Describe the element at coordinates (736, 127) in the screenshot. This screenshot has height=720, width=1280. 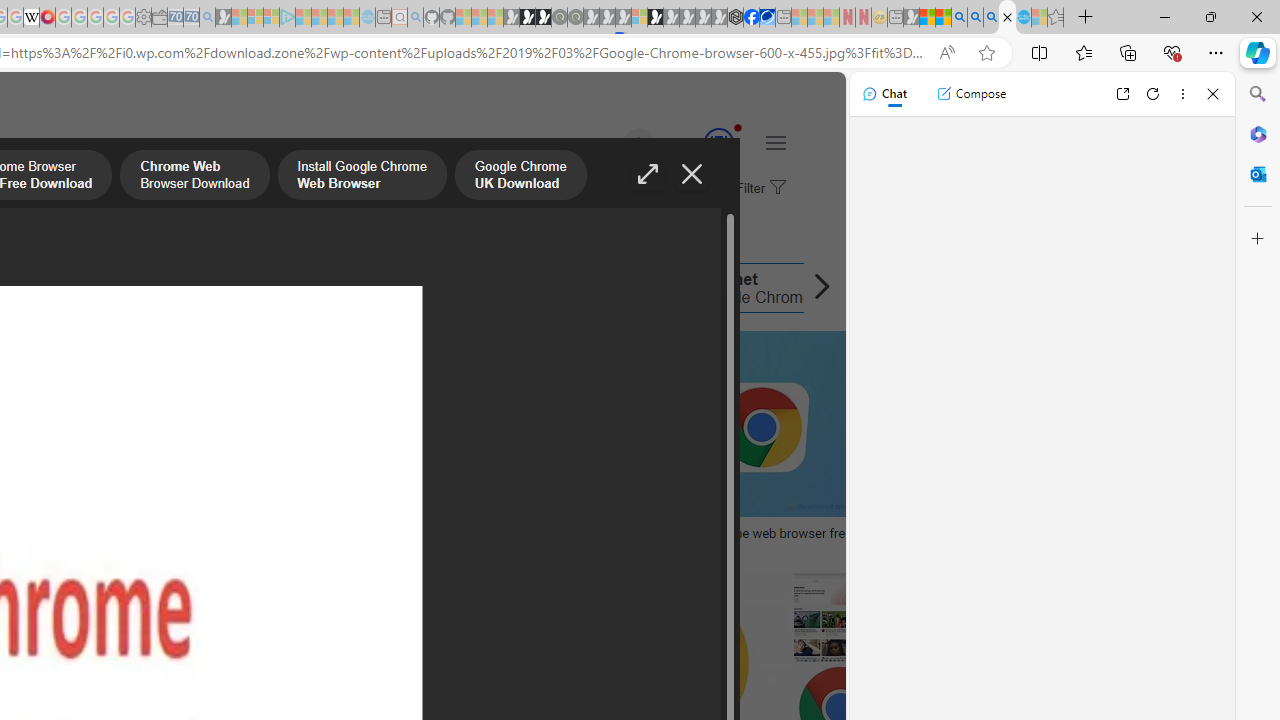
I see `'Animation'` at that location.